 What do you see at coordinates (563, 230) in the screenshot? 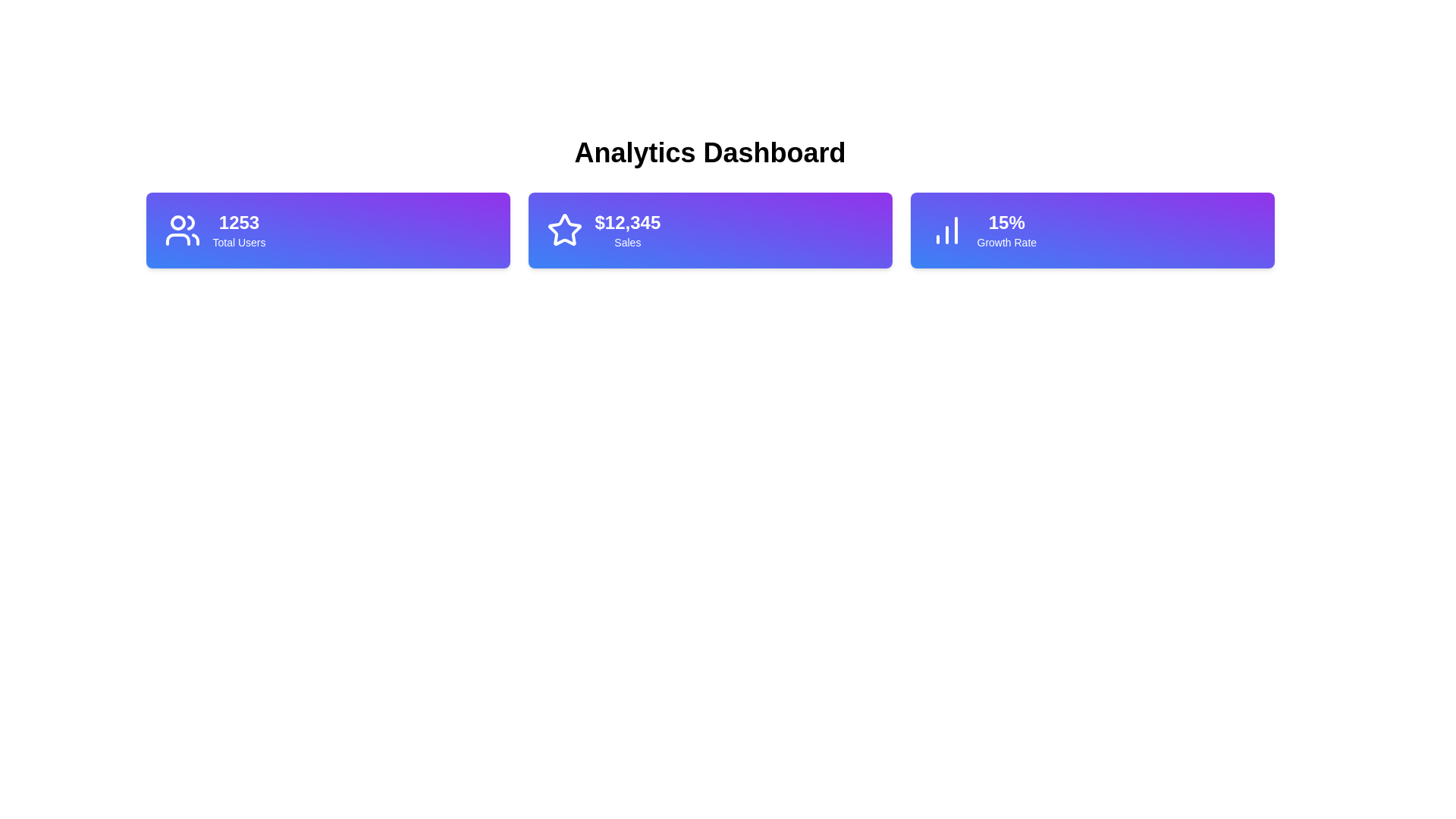
I see `the central icon within the second metric card labeled '$12,345 Sales' on the dashboard` at bounding box center [563, 230].